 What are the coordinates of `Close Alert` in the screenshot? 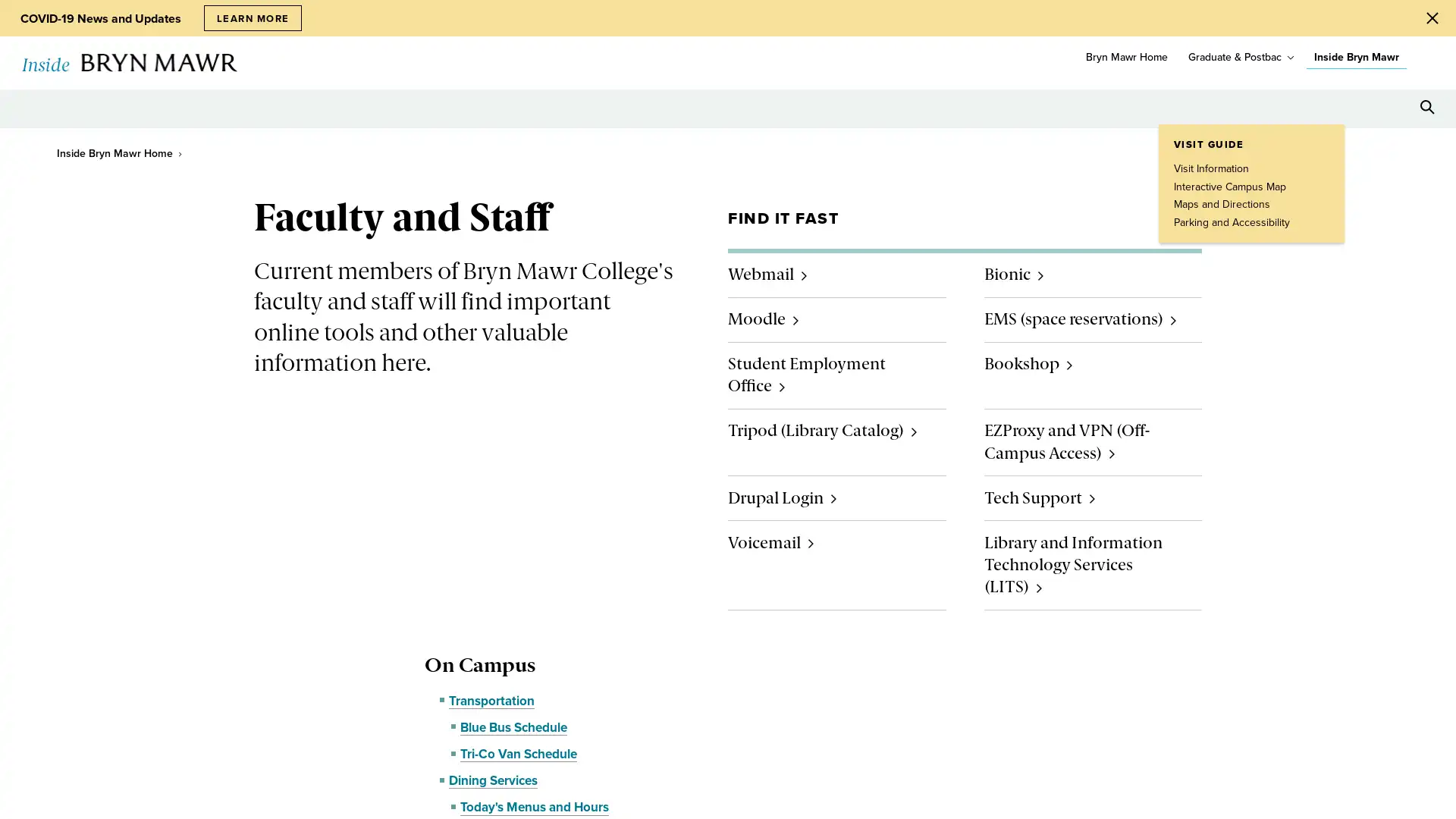 It's located at (1432, 17).